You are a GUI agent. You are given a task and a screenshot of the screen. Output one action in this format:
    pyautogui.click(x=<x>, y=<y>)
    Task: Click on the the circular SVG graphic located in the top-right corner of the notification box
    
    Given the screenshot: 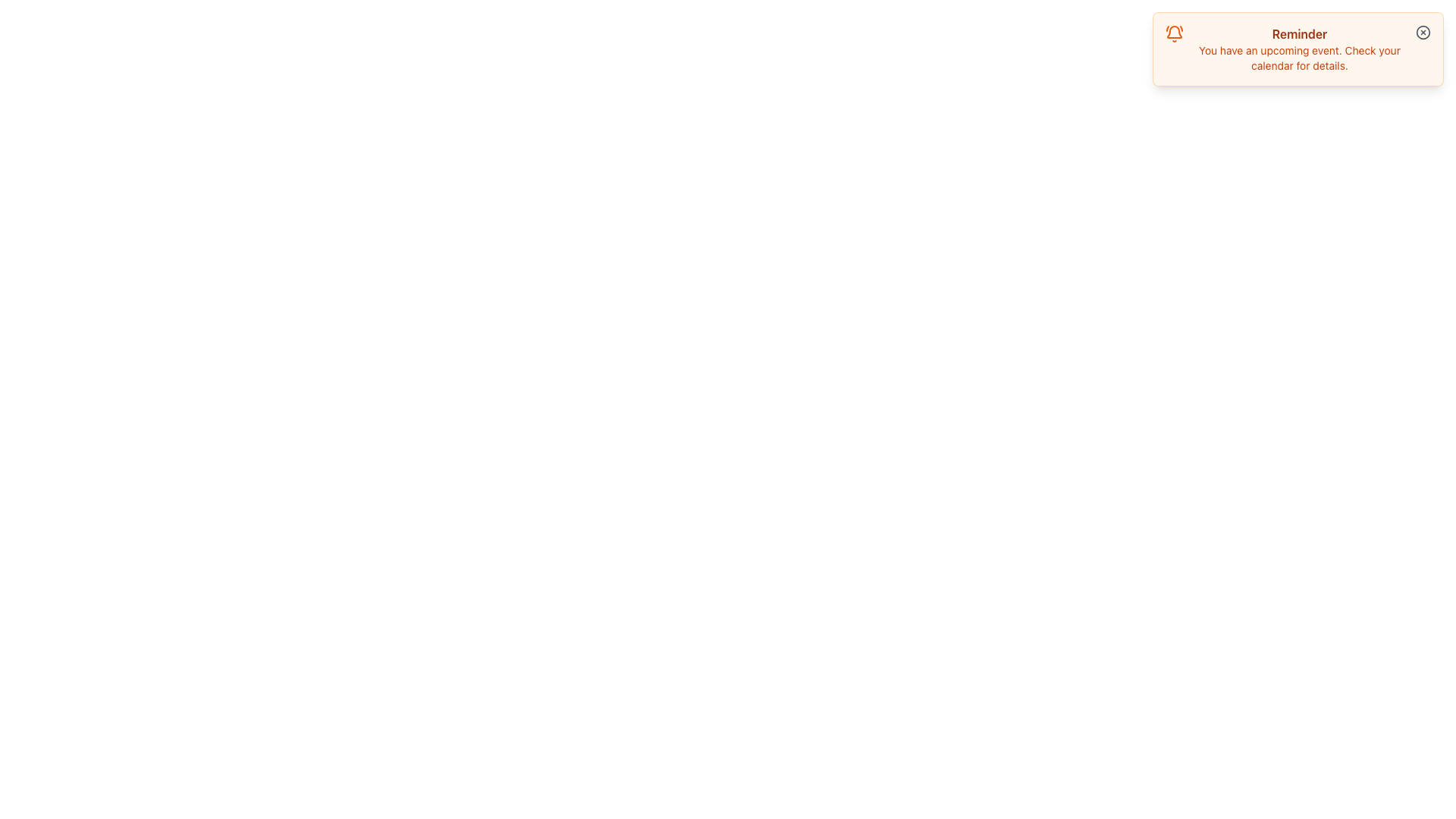 What is the action you would take?
    pyautogui.click(x=1422, y=32)
    